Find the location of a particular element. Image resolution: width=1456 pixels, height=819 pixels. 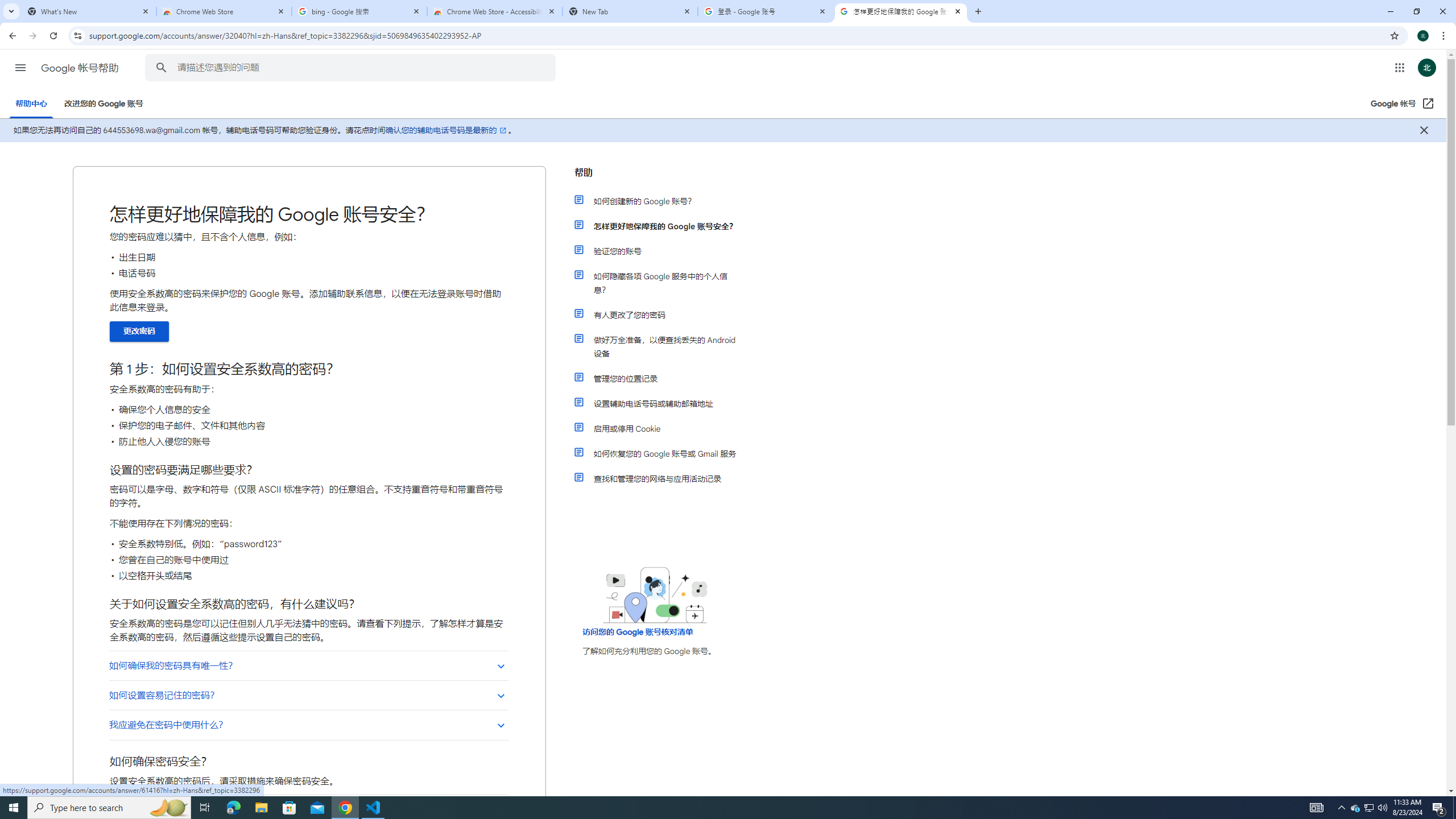

'New Tab' is located at coordinates (630, 11).